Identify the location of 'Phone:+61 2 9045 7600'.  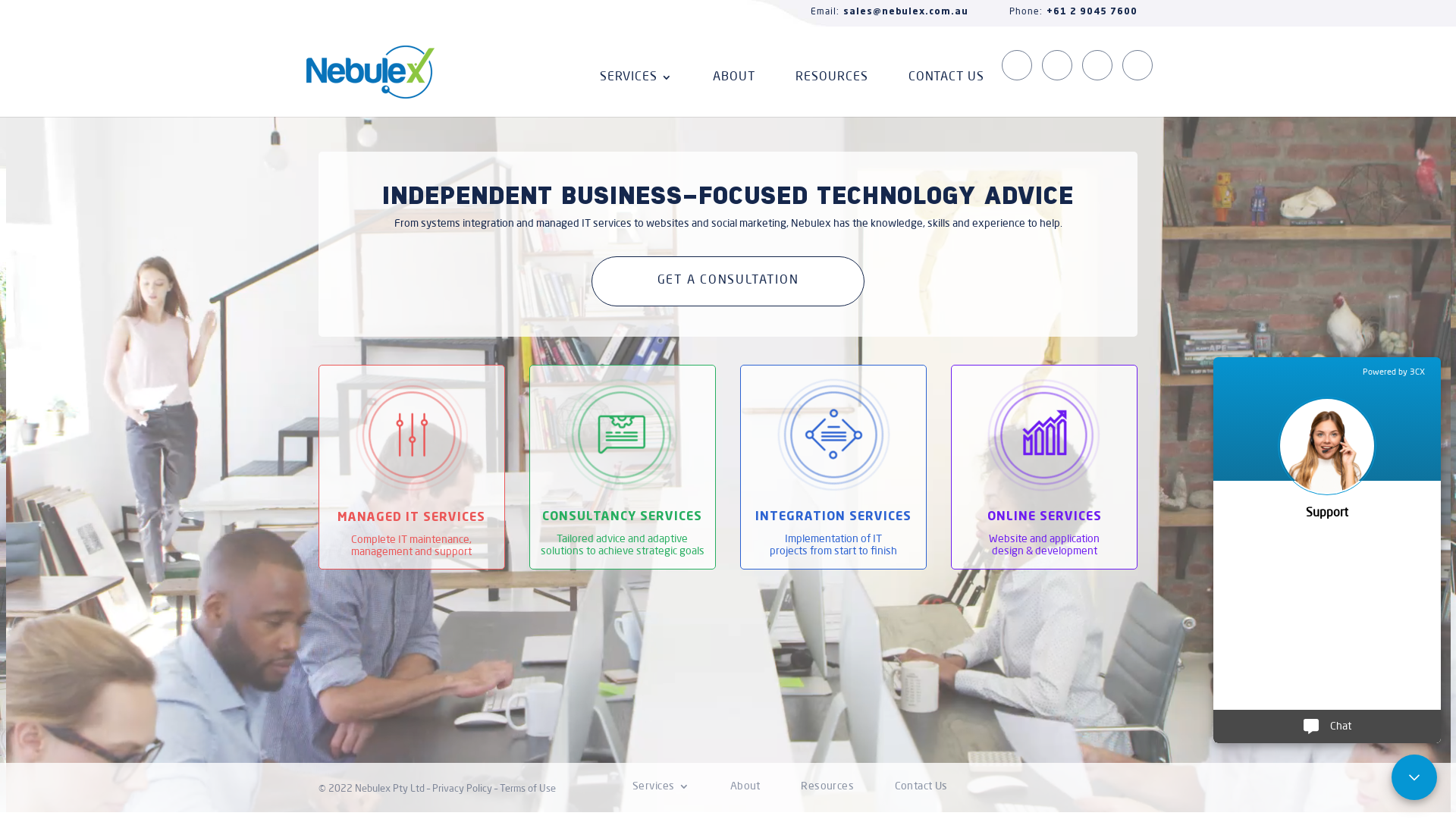
(1053, 11).